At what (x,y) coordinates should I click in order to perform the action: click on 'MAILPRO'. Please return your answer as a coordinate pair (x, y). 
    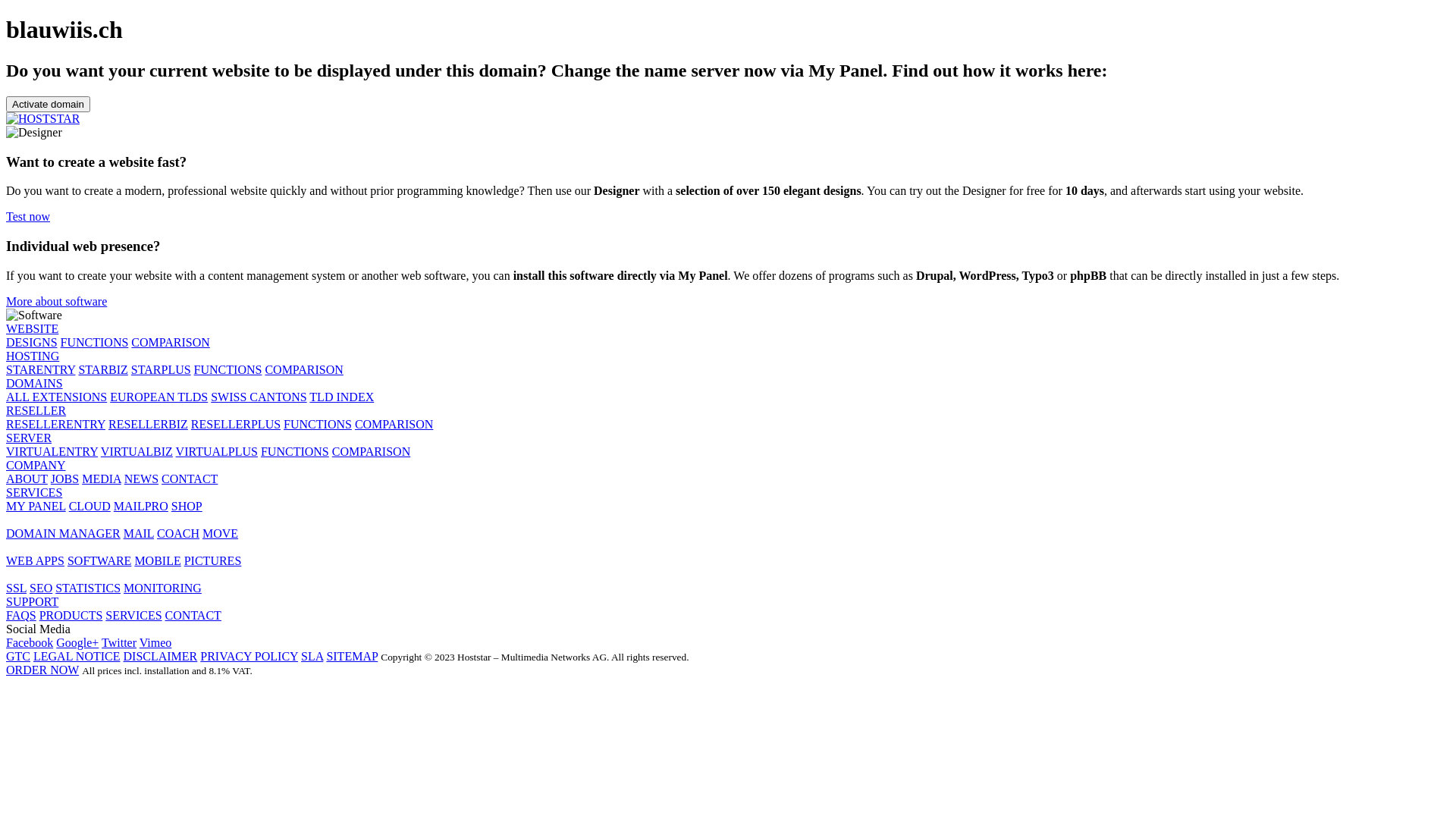
    Looking at the image, I should click on (141, 506).